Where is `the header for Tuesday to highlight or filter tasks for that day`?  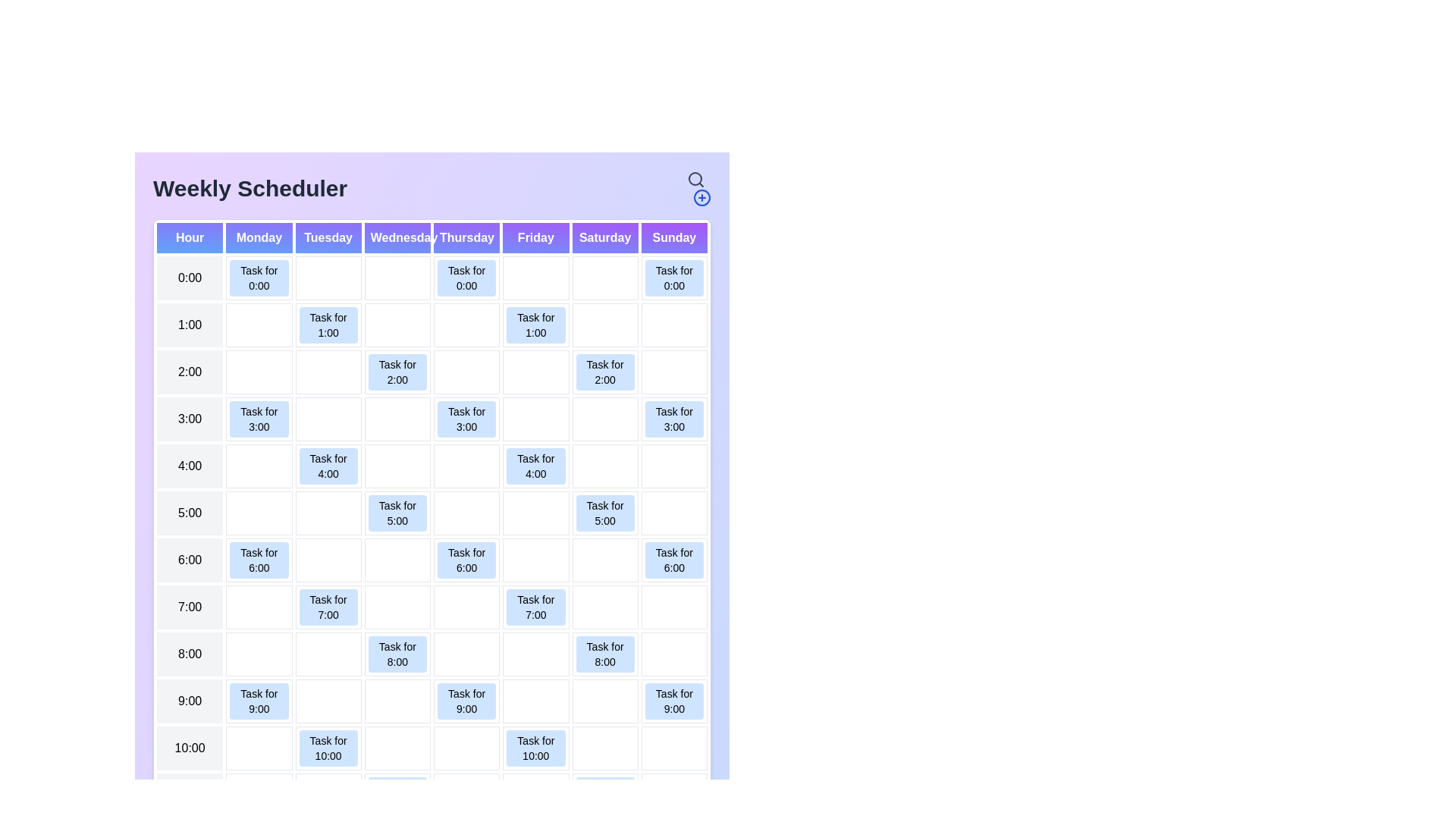 the header for Tuesday to highlight or filter tasks for that day is located at coordinates (328, 237).